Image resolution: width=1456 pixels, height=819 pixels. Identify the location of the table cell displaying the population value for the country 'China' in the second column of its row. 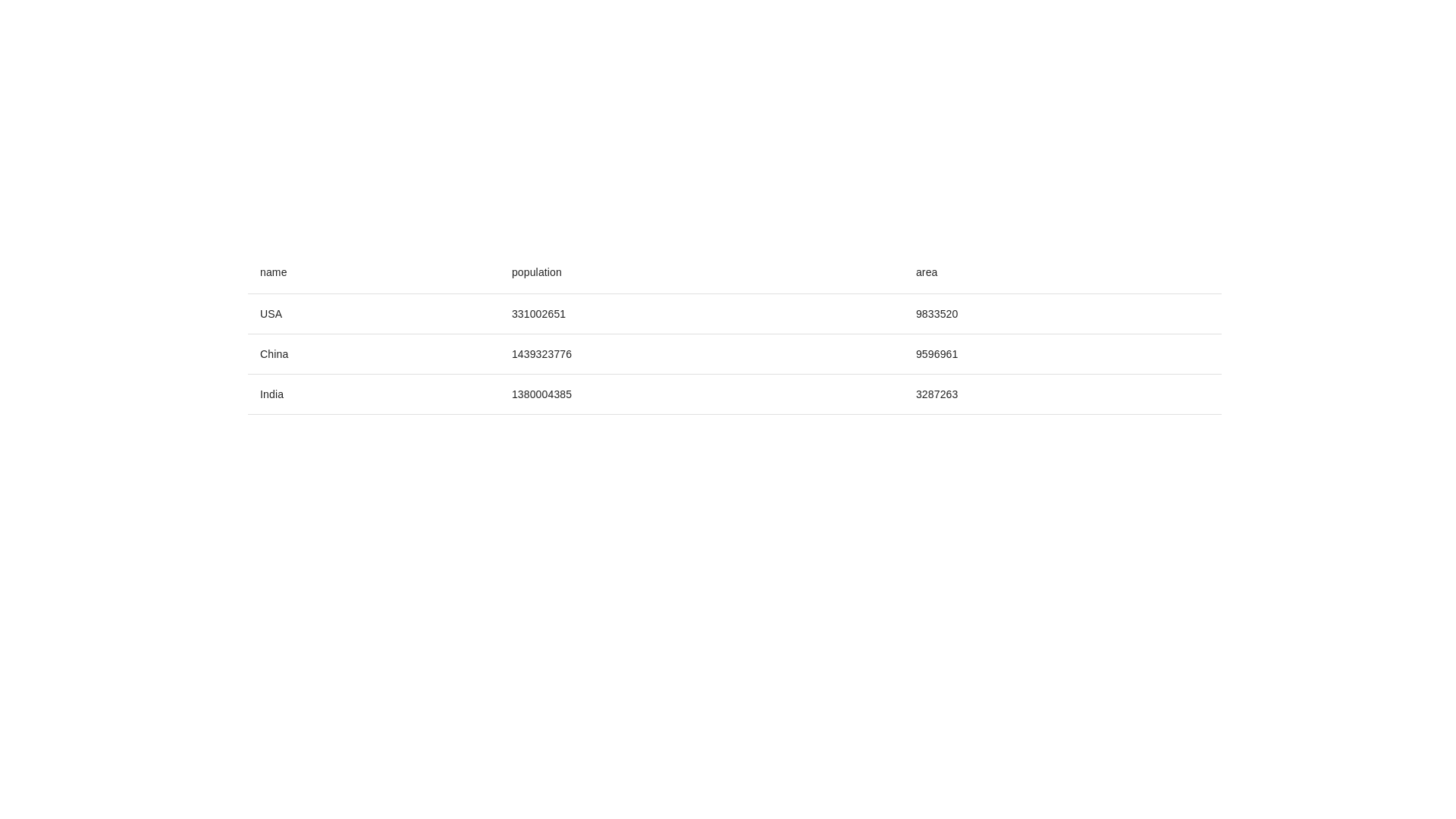
(701, 353).